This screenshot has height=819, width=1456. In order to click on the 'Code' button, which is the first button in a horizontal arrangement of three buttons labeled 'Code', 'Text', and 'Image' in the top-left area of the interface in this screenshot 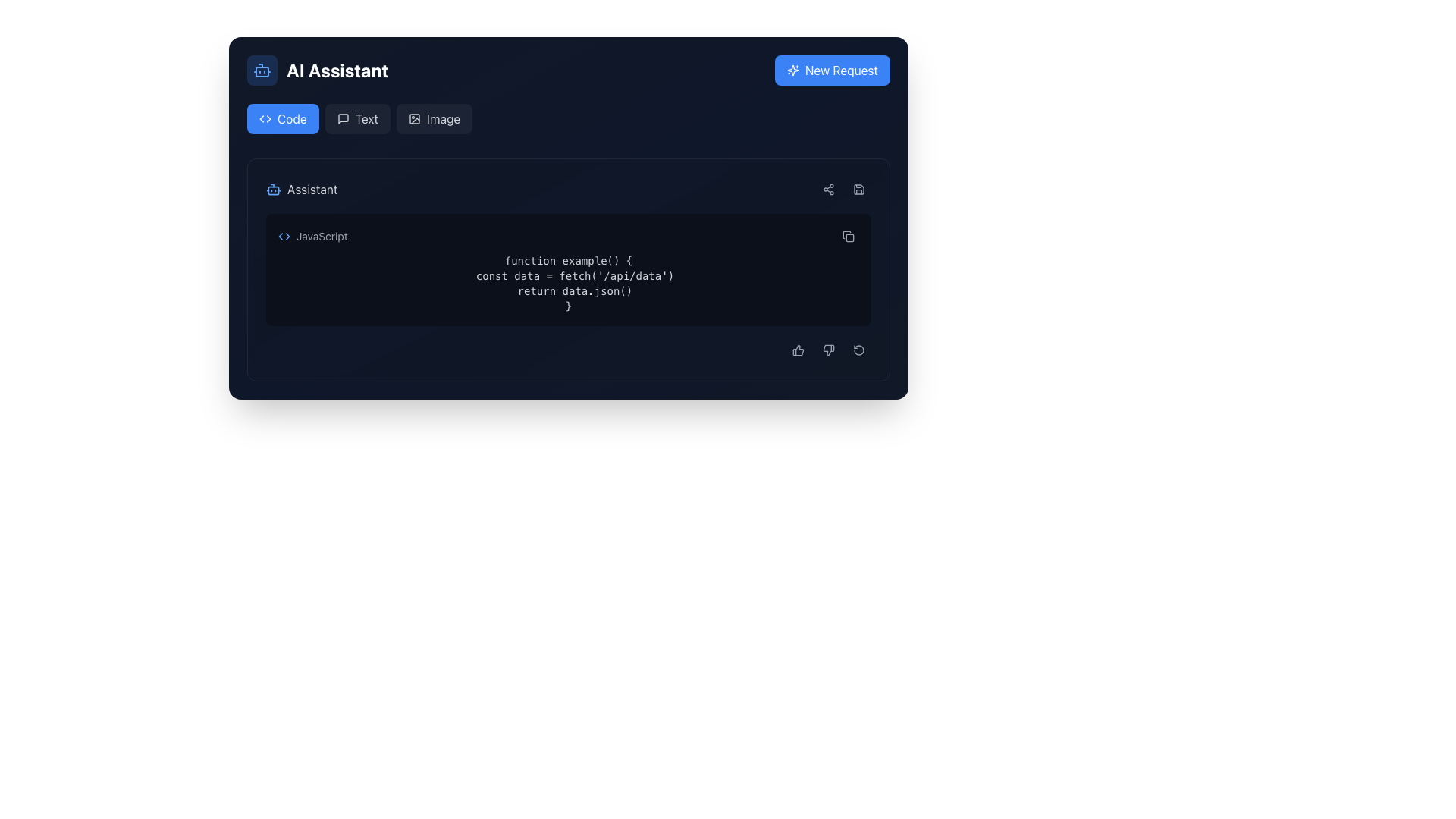, I will do `click(283, 118)`.